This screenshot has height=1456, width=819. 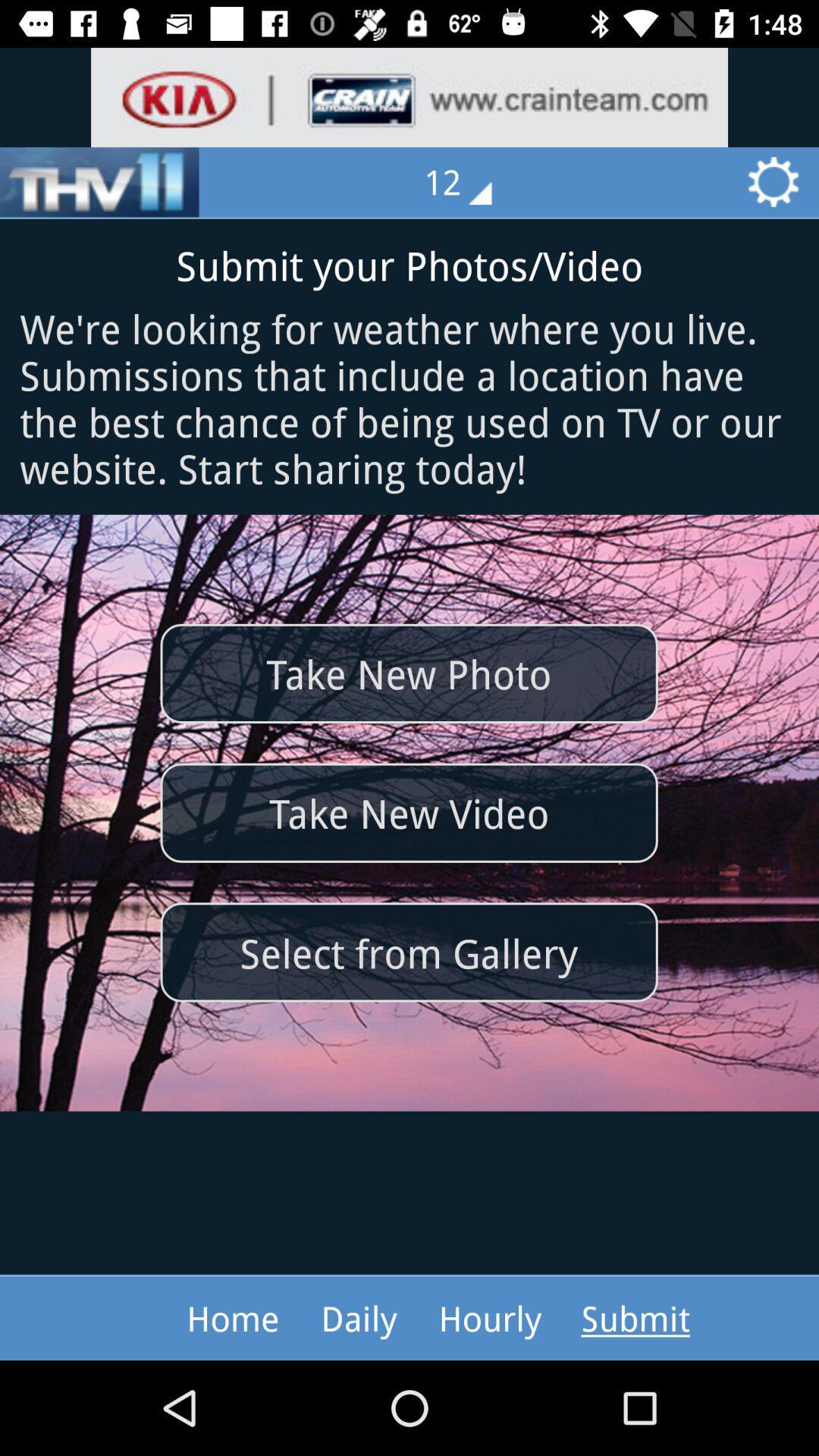 I want to click on item below the take new video item, so click(x=408, y=951).